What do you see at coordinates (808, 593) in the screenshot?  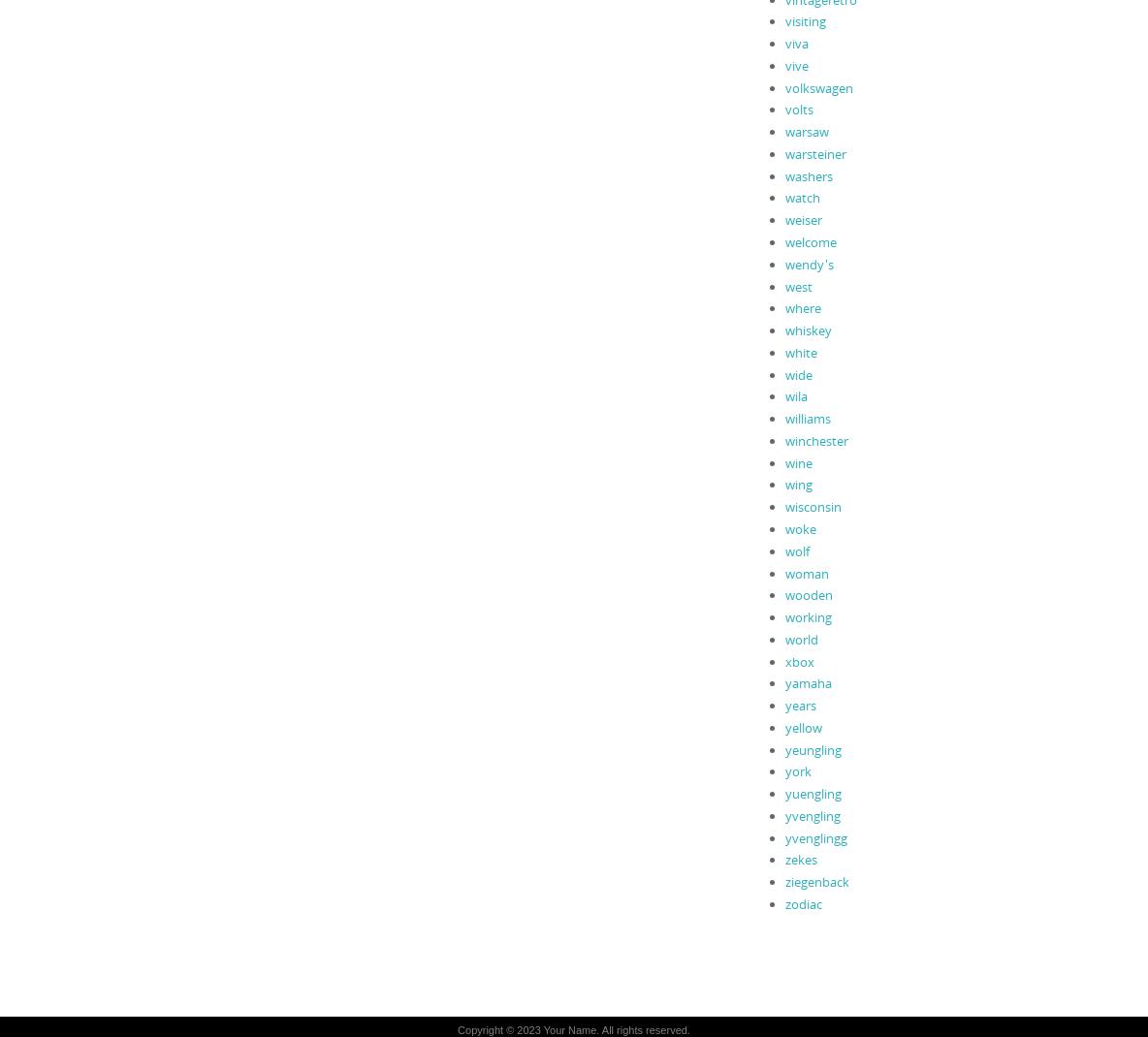 I see `'wooden'` at bounding box center [808, 593].